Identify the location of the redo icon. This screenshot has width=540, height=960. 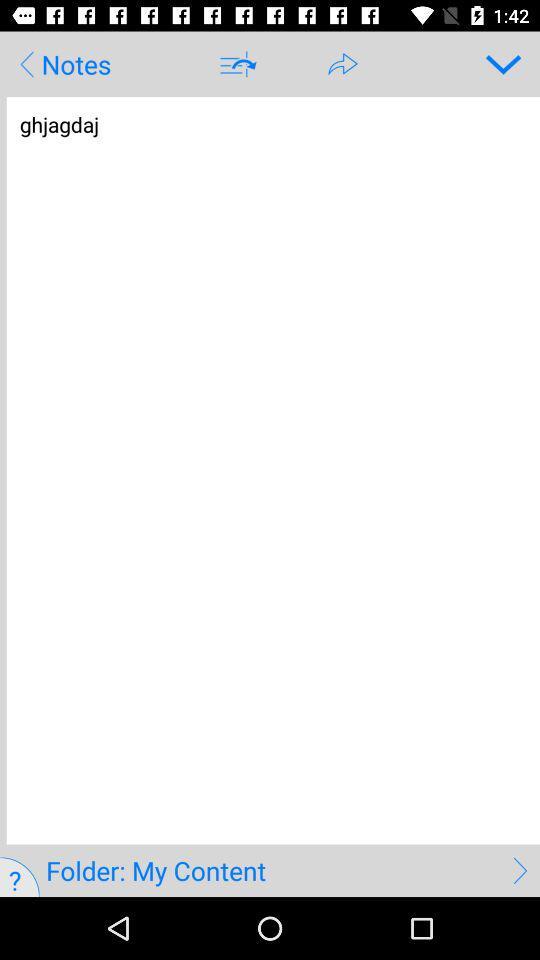
(342, 64).